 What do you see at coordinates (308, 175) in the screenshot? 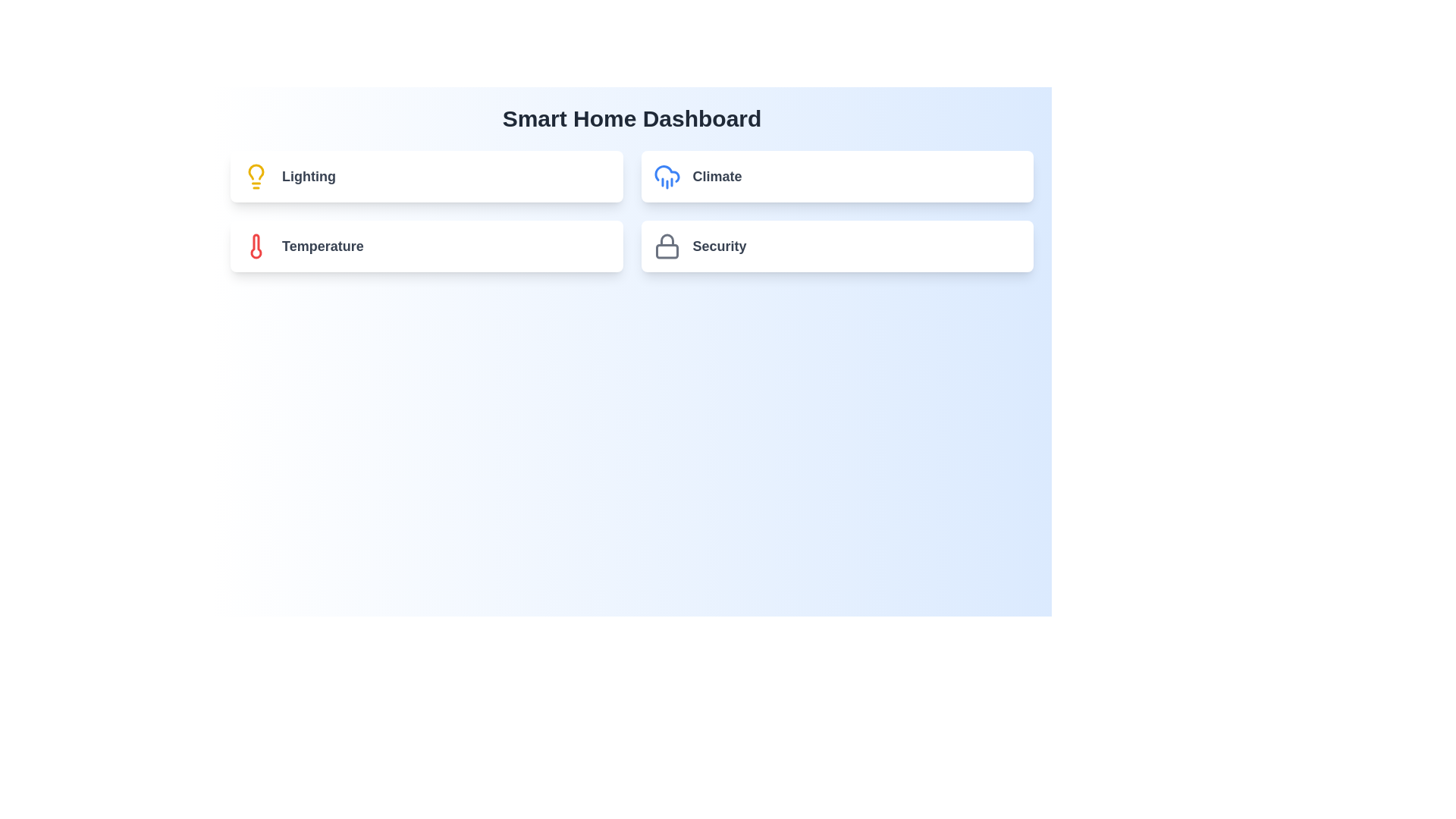
I see `text label 'Lighting' located in the upper left quadrant of the interface, next to the light bulb icon` at bounding box center [308, 175].